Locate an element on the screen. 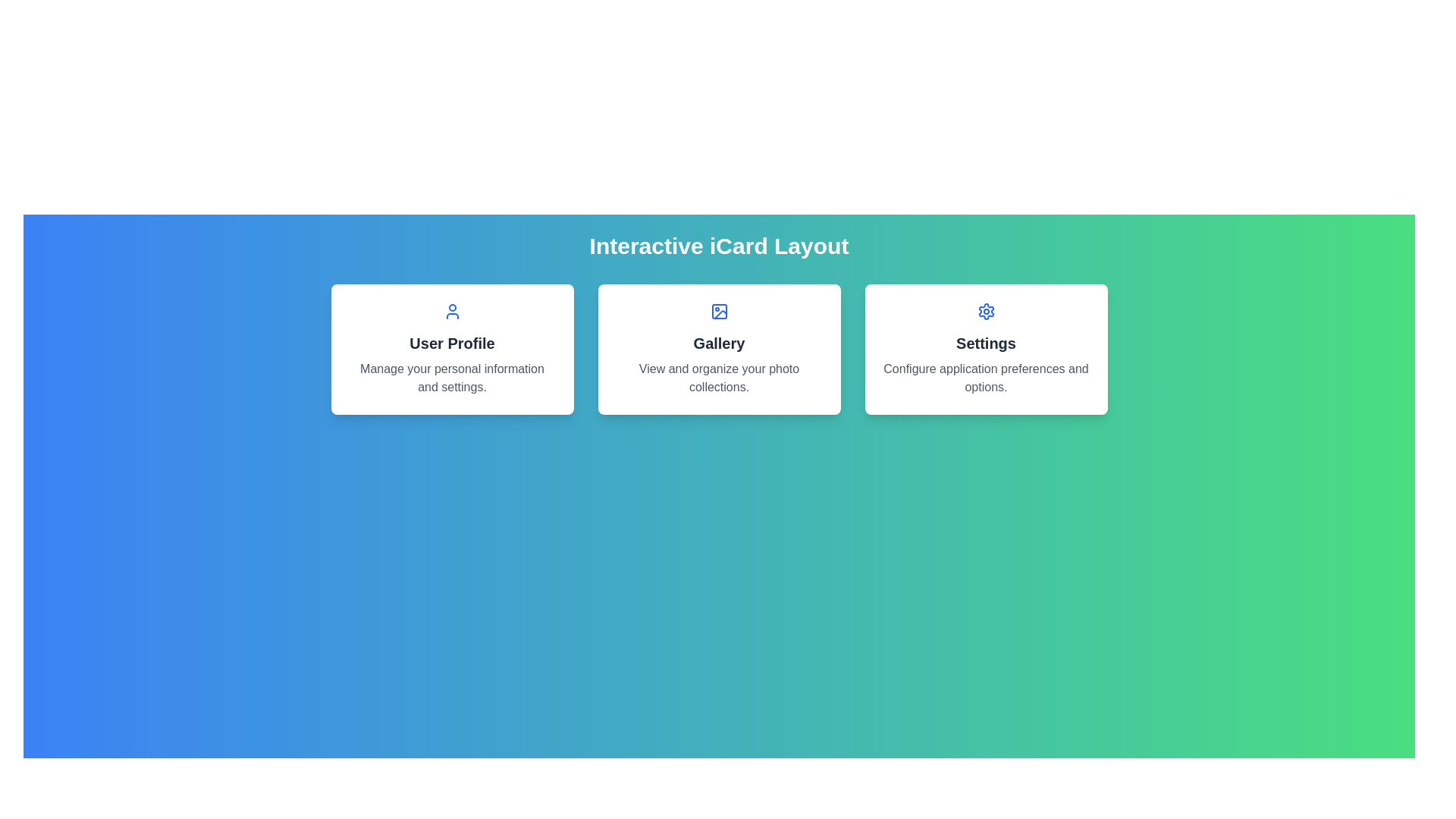  the settings icon located at the center of the 'Settings' card, positioned above the title and description texts is located at coordinates (986, 311).